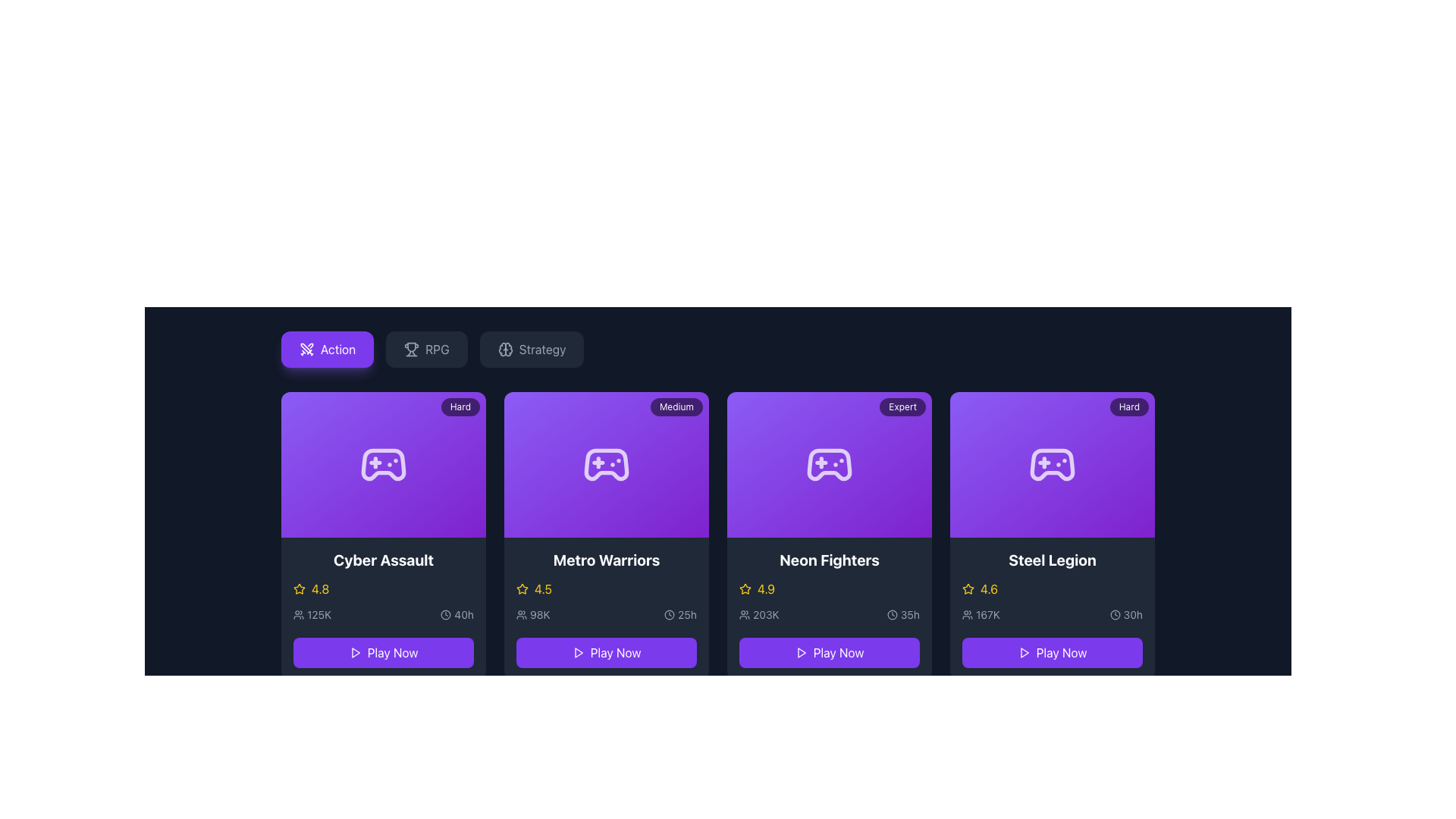  I want to click on the 'Play Now' text label, which is styled in a clean and modern font with white color on a purple button, located at the bottom-center of the 'Steel Legion' game card for visual feedback, so click(1061, 651).